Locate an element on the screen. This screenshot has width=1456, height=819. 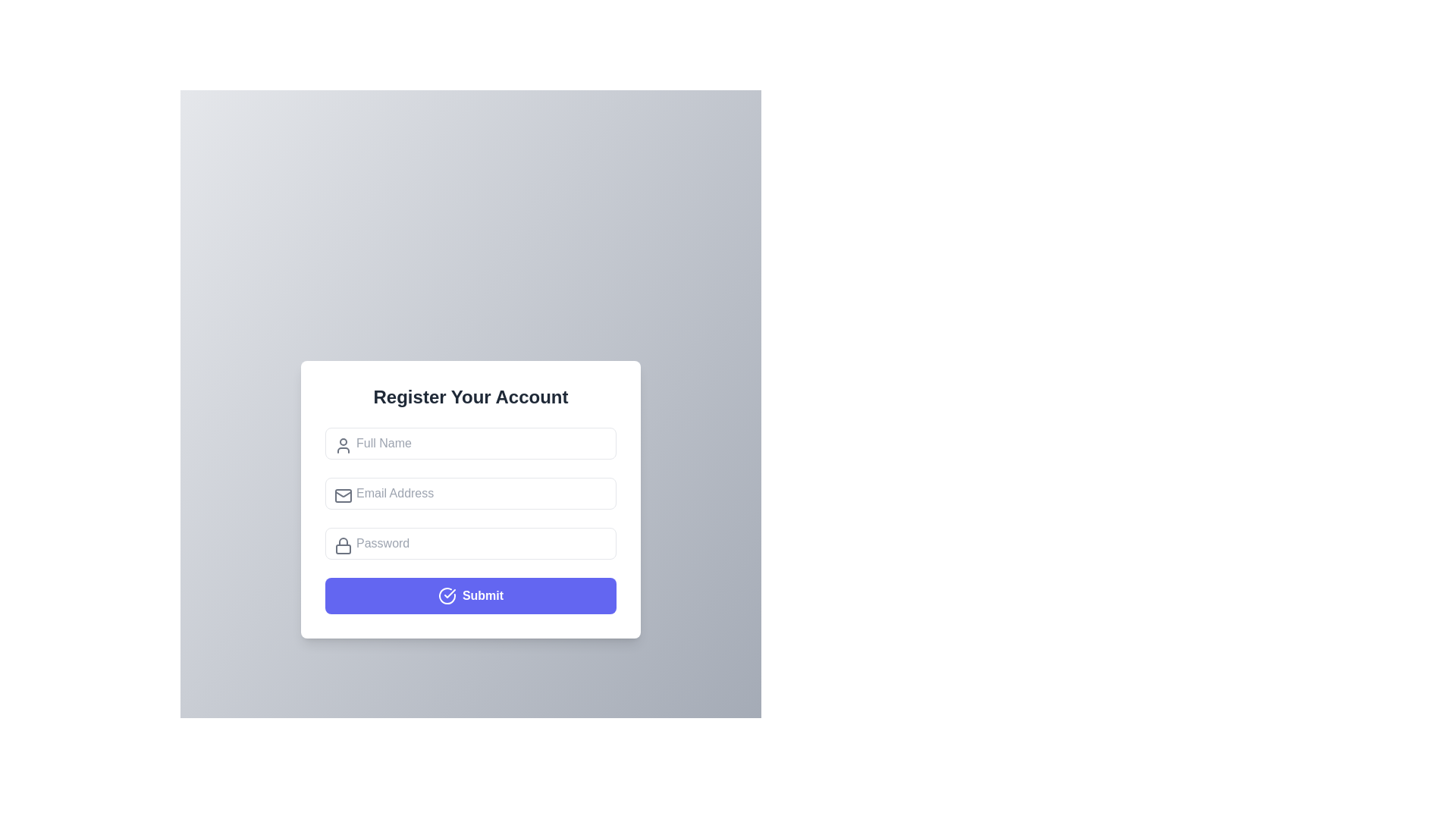
the SVG graphical element that is part of the lock icon, located to the left of the 'Password' field in the registration form is located at coordinates (342, 549).